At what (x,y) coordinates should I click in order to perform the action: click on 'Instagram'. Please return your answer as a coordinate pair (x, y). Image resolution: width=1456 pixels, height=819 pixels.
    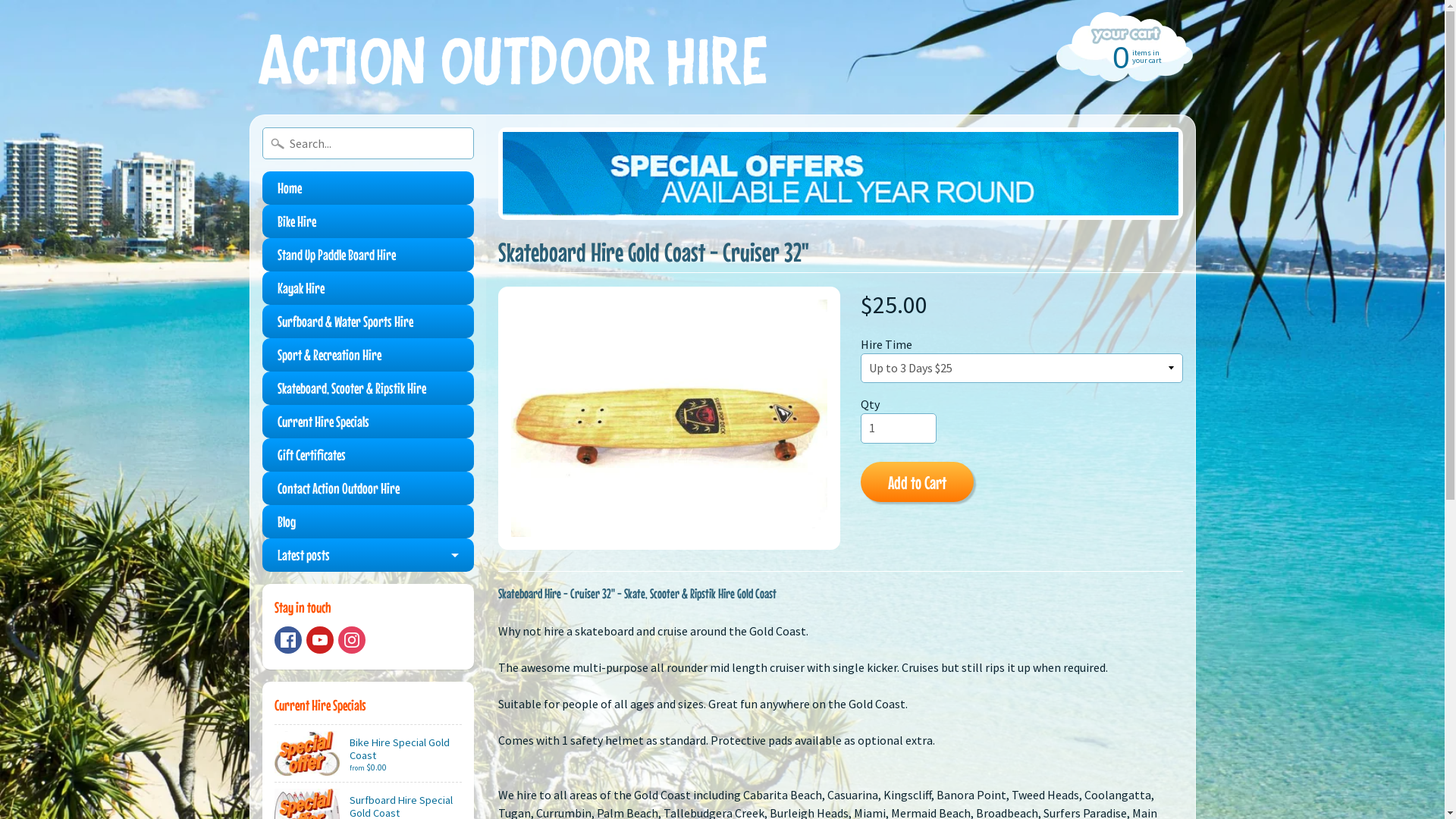
    Looking at the image, I should click on (351, 640).